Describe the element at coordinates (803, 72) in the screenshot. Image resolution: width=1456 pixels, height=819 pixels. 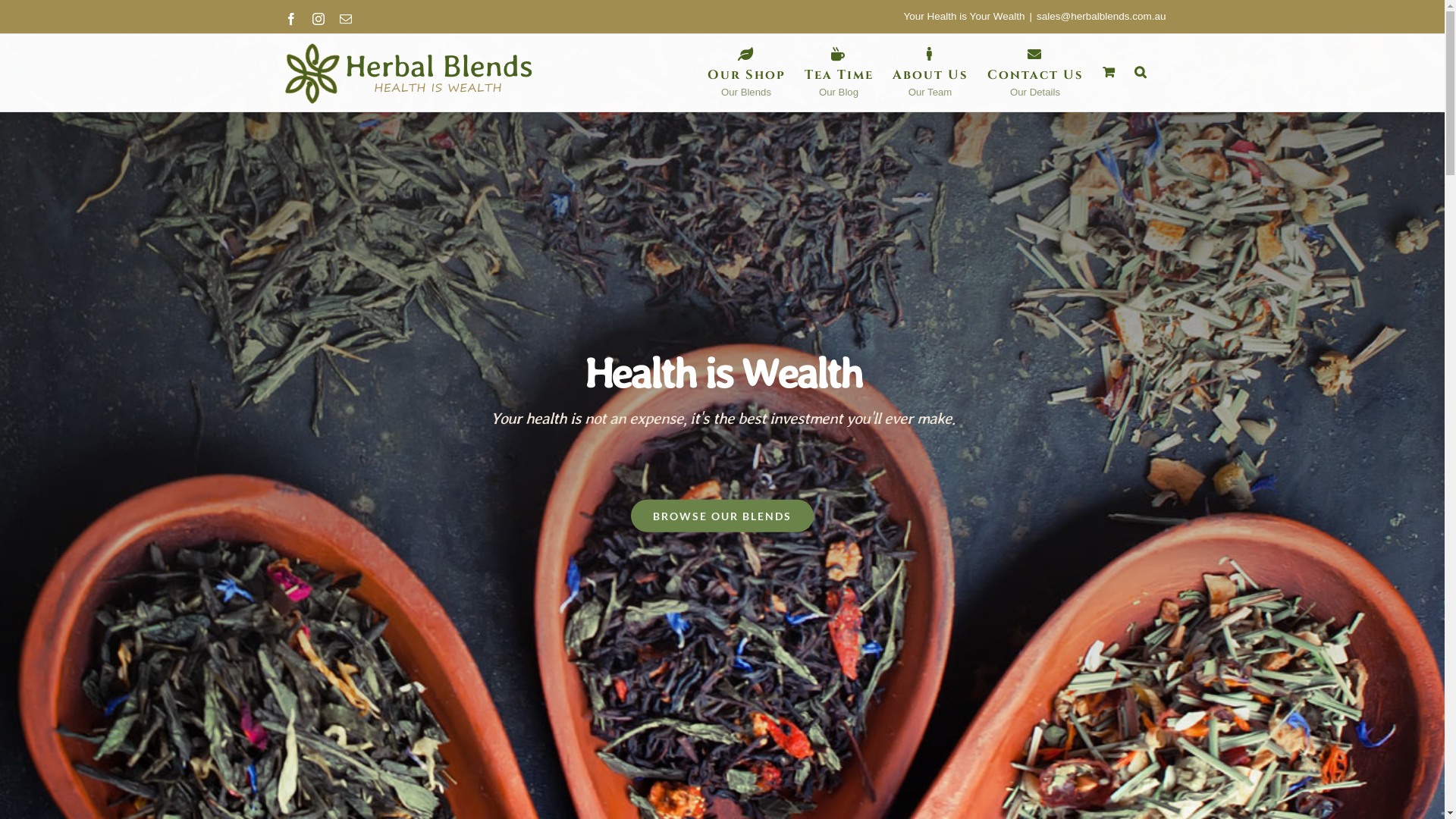
I see `'Tea Time` at that location.